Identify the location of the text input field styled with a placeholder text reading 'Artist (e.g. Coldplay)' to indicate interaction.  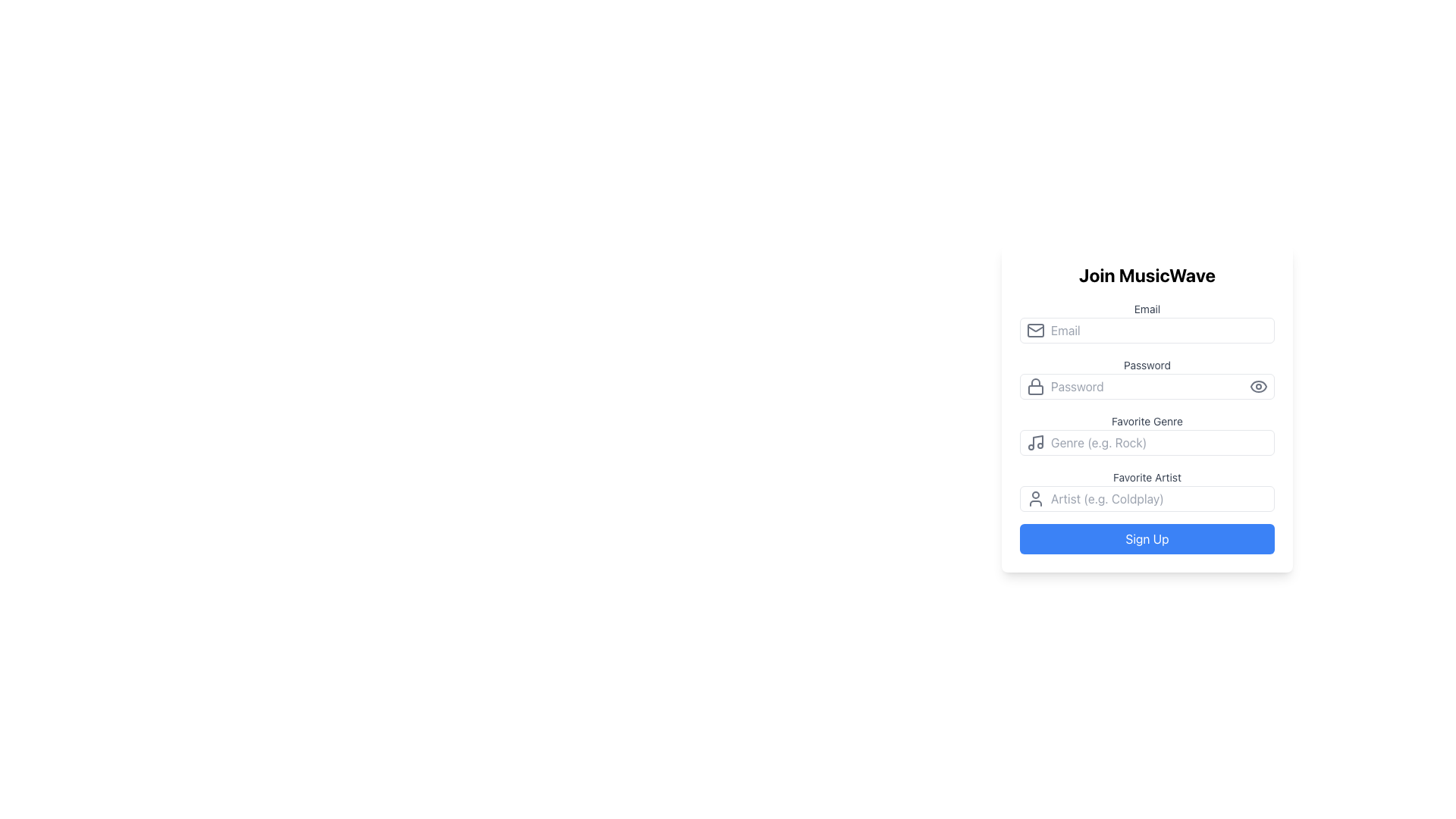
(1159, 499).